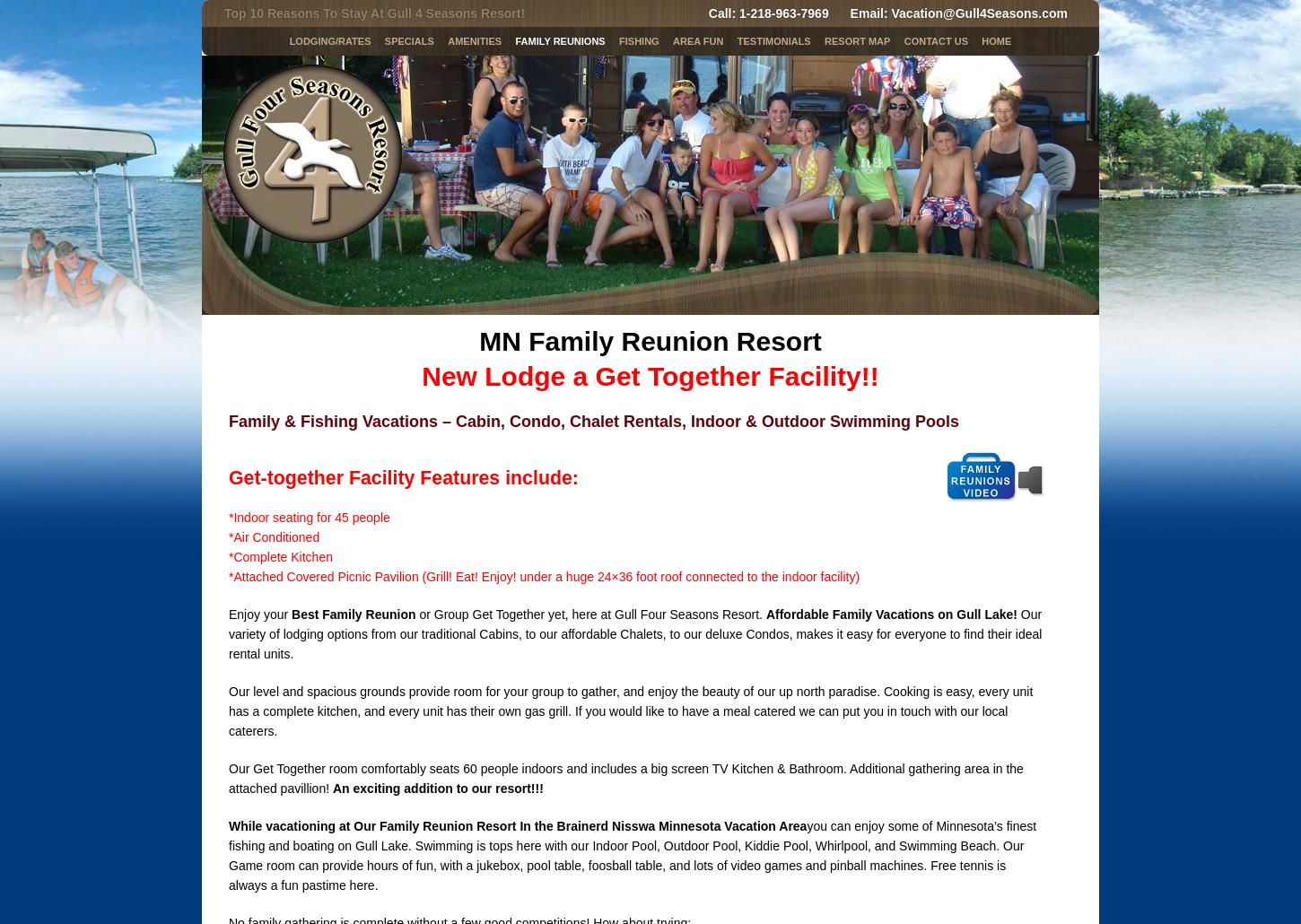 The image size is (1301, 924). I want to click on 'Get-together Facility Features include:', so click(402, 478).